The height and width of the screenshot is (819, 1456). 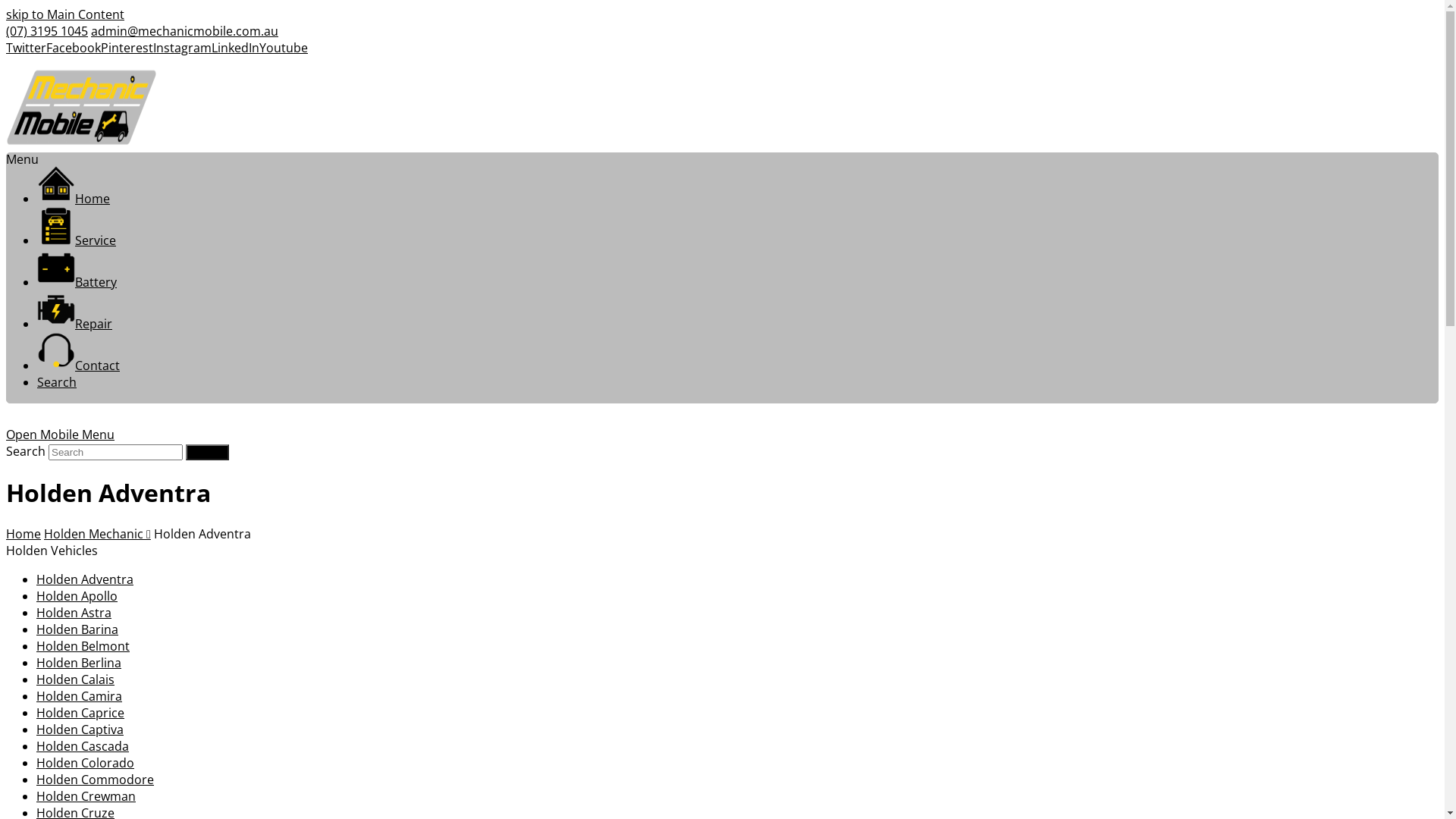 I want to click on 'Holden Camira', so click(x=78, y=696).